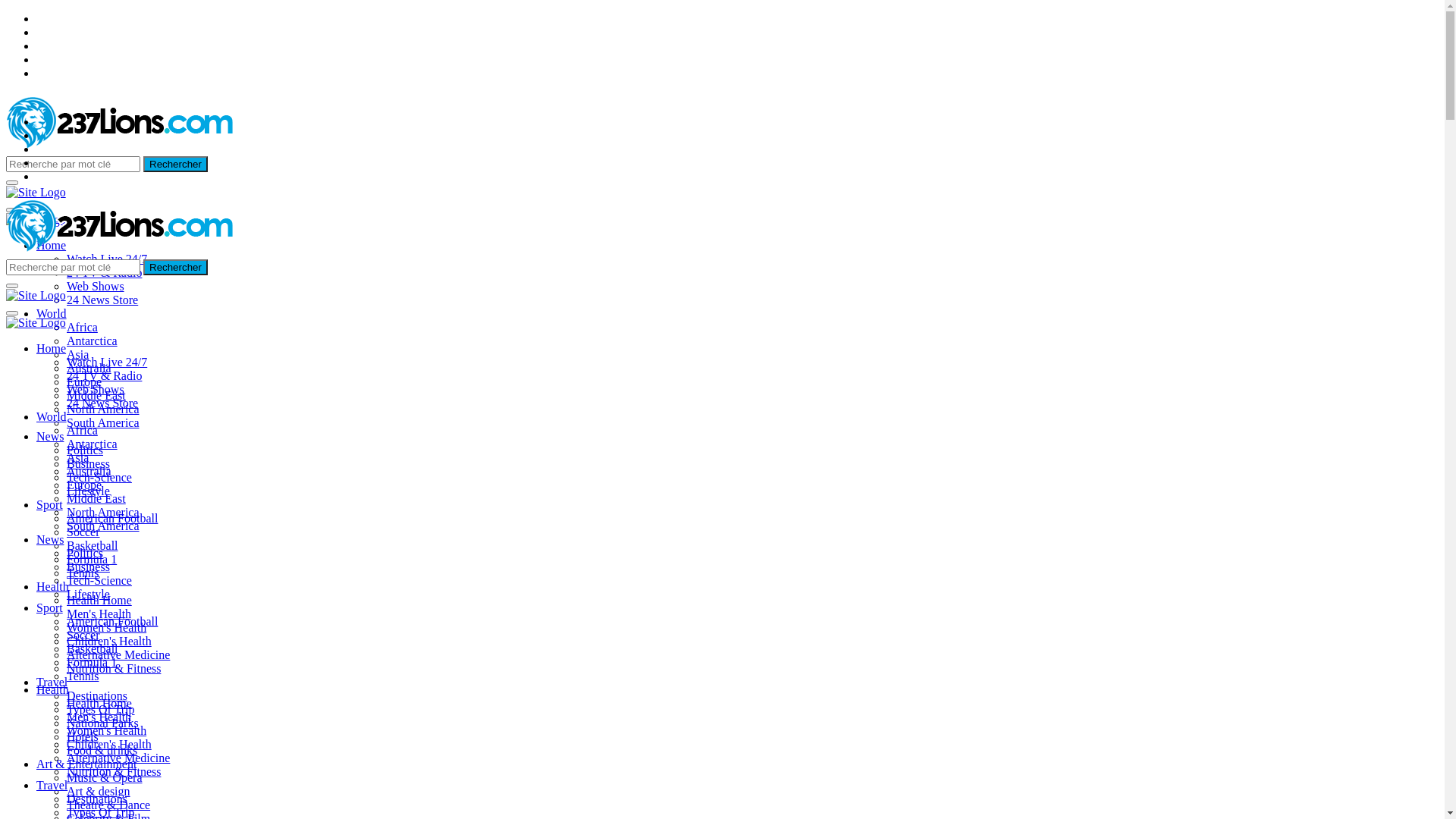 The width and height of the screenshot is (1456, 819). Describe the element at coordinates (83, 553) in the screenshot. I see `'Politics'` at that location.